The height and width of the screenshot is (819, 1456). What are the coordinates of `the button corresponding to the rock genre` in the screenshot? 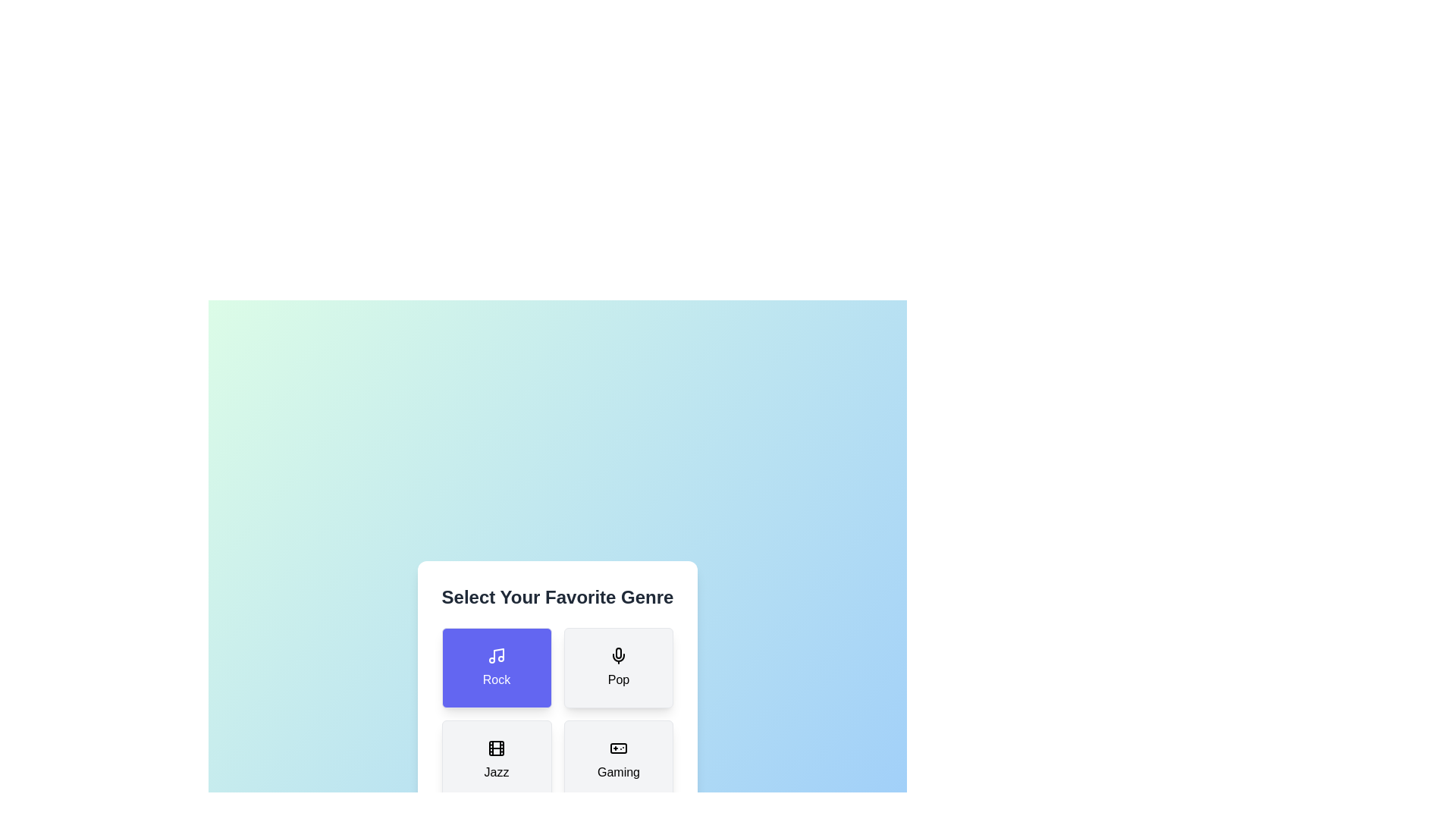 It's located at (497, 667).